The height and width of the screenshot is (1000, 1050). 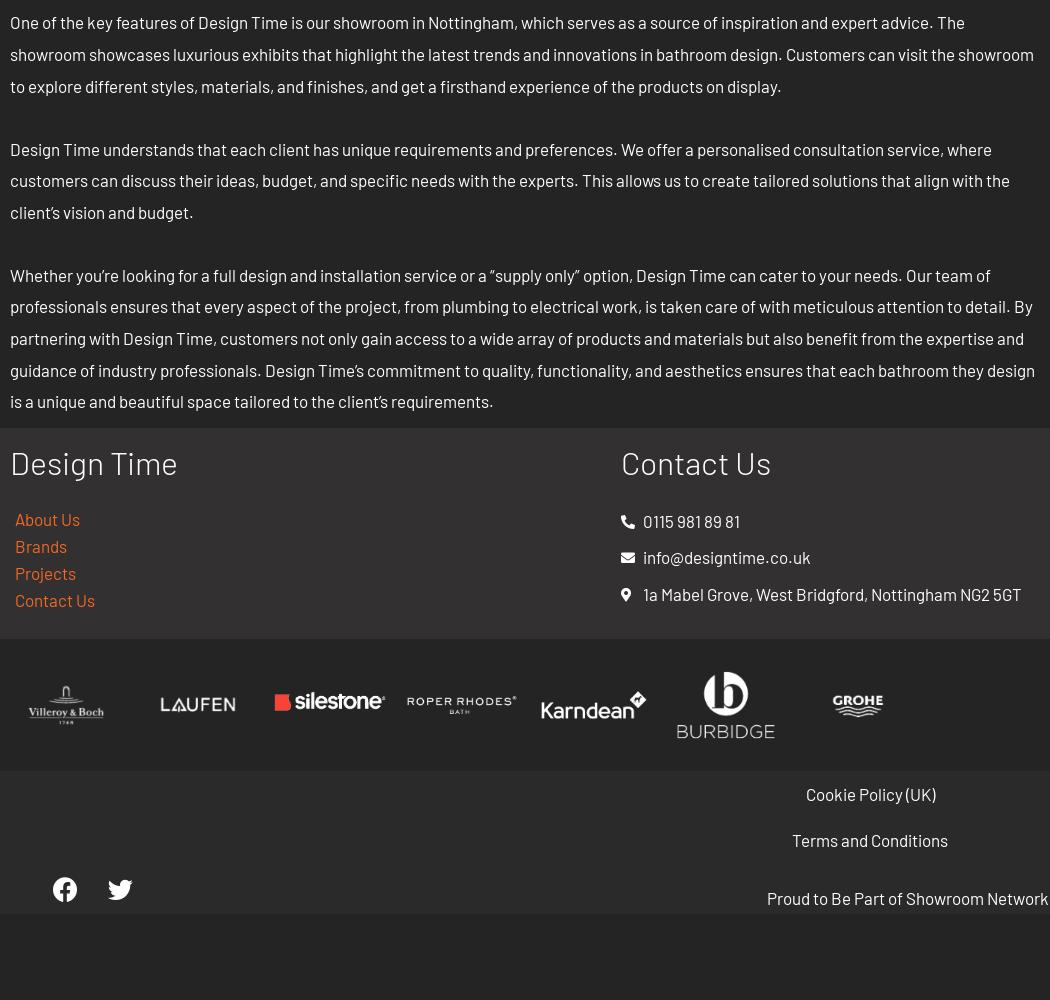 I want to click on 'Cookie Policy (UK)', so click(x=868, y=793).